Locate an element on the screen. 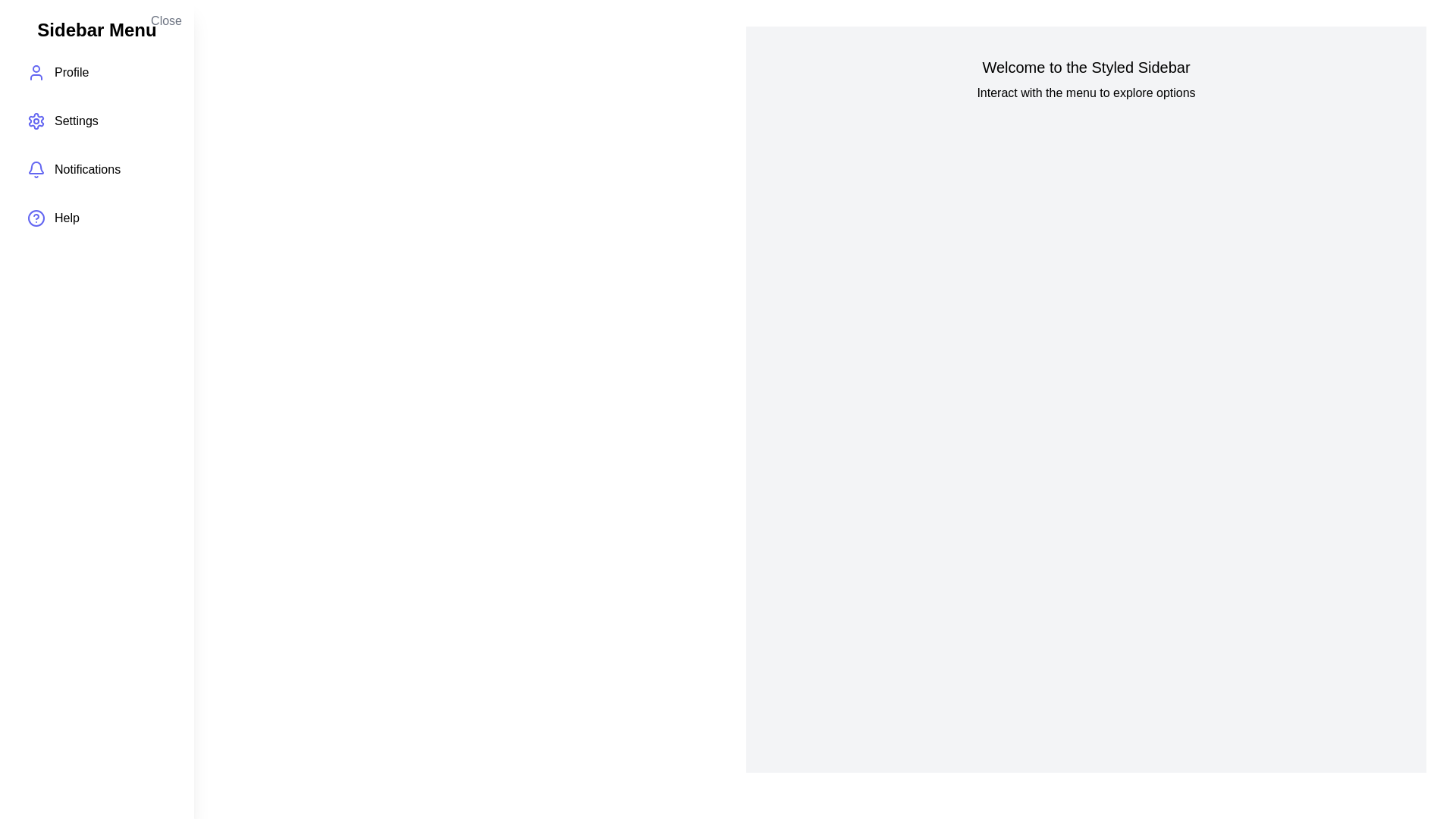 This screenshot has width=1456, height=819. the menu item Notifications from the sidebar is located at coordinates (96, 169).